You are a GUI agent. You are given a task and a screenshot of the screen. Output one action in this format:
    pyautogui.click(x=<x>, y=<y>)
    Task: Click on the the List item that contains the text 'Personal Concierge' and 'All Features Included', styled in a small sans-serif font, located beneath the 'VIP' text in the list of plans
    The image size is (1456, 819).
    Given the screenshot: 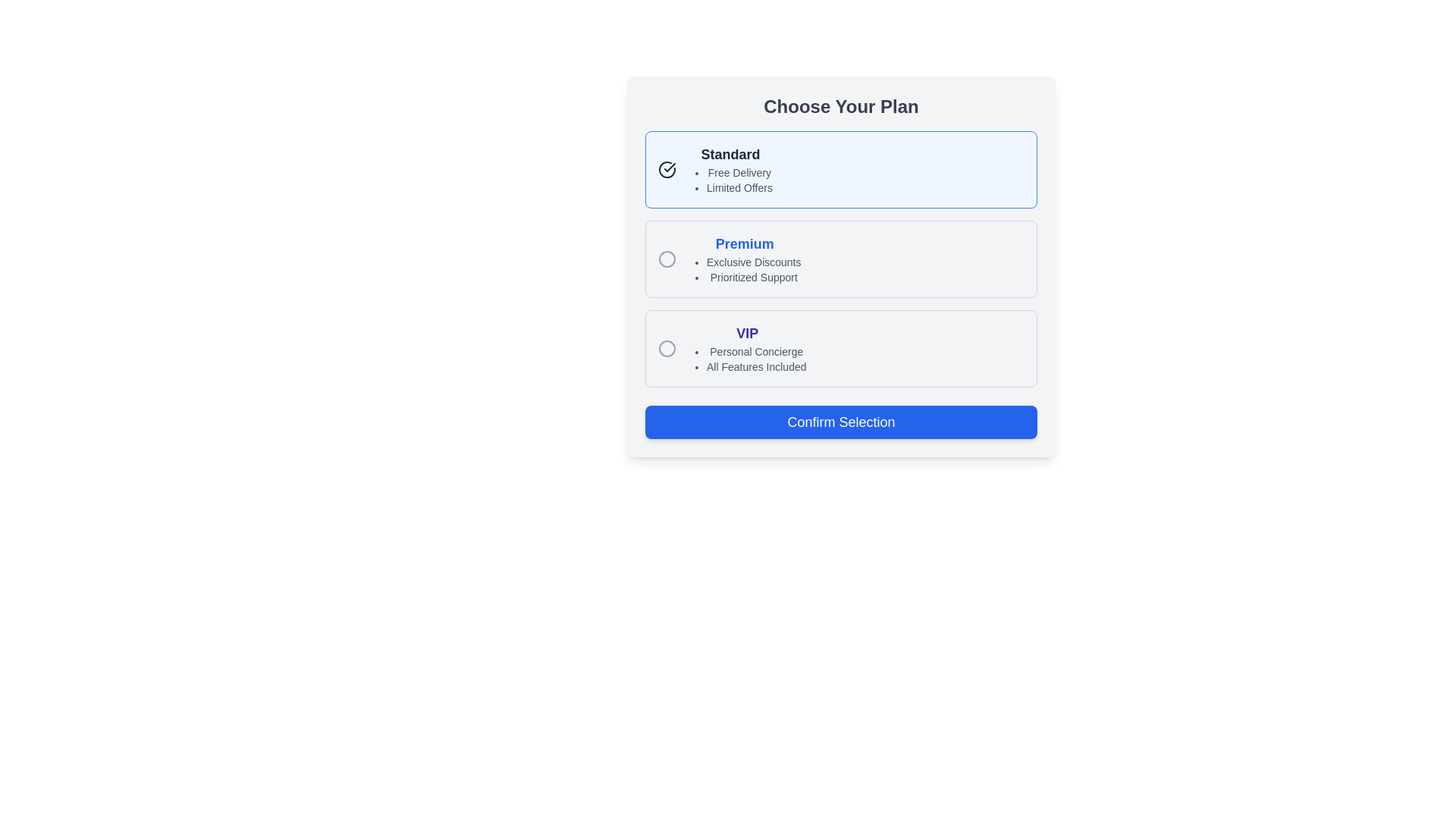 What is the action you would take?
    pyautogui.click(x=756, y=359)
    